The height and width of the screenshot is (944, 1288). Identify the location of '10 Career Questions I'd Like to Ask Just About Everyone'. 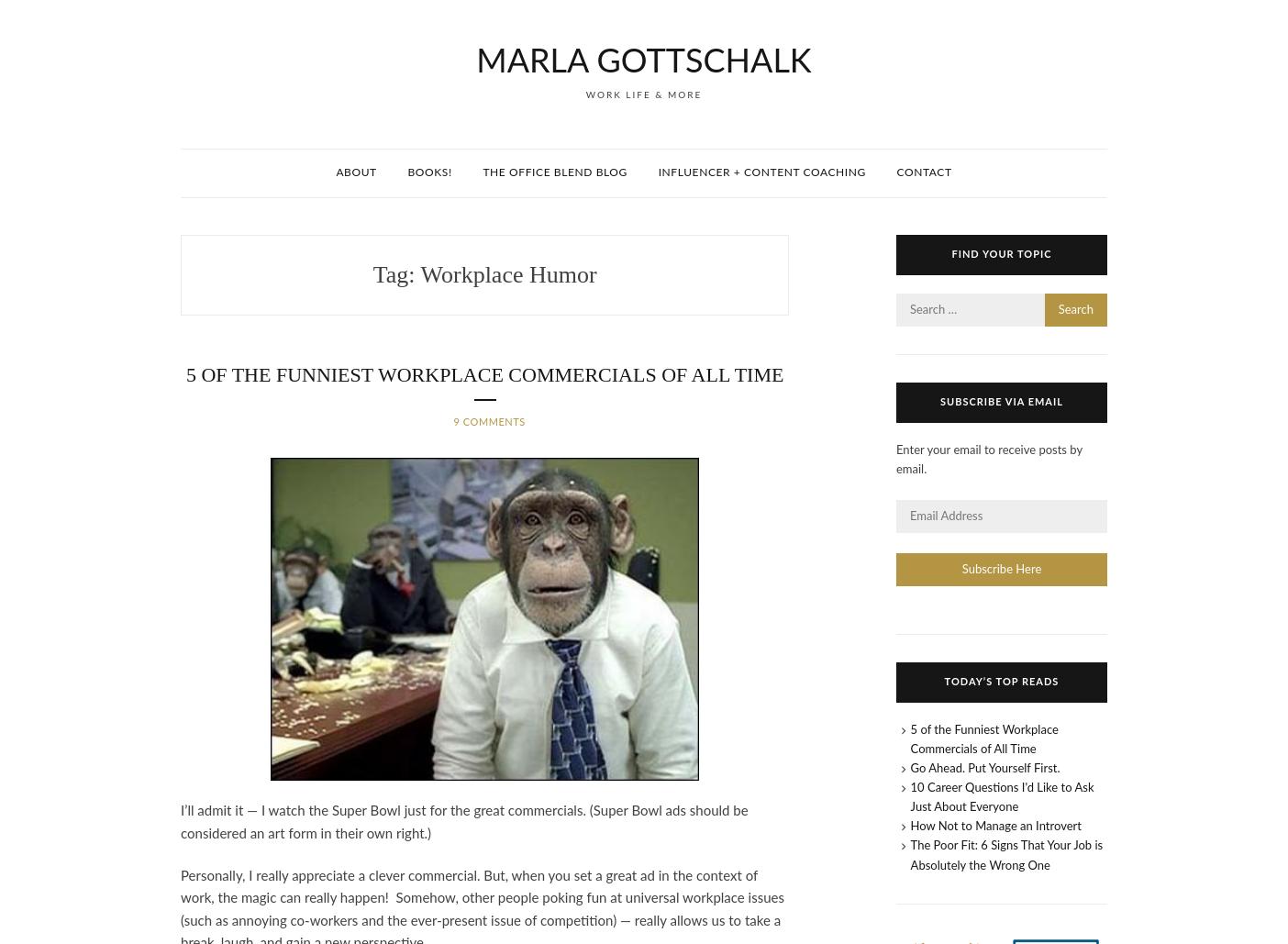
(1001, 797).